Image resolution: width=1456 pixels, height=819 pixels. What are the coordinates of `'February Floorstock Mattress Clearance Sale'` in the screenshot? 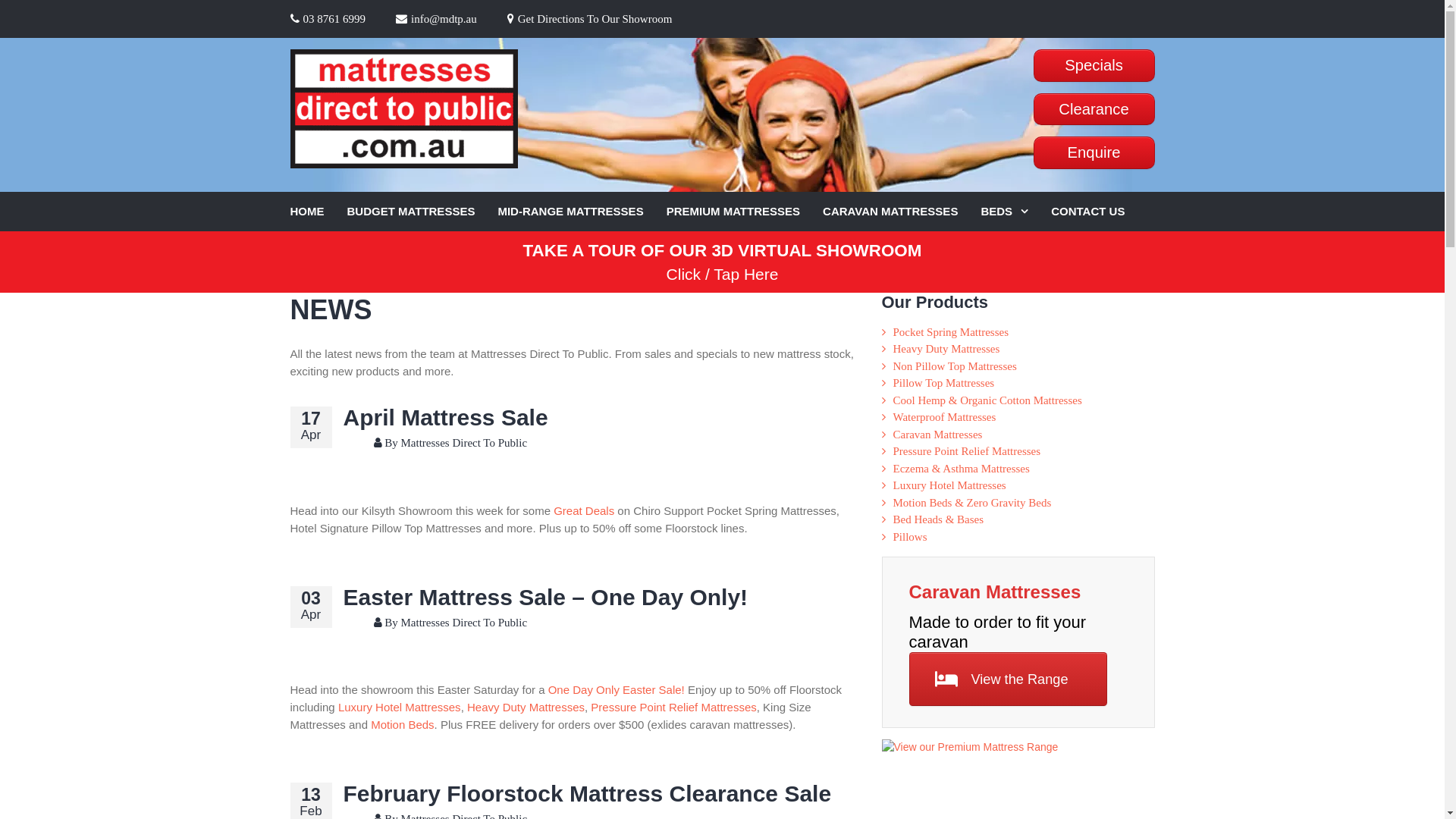 It's located at (341, 792).